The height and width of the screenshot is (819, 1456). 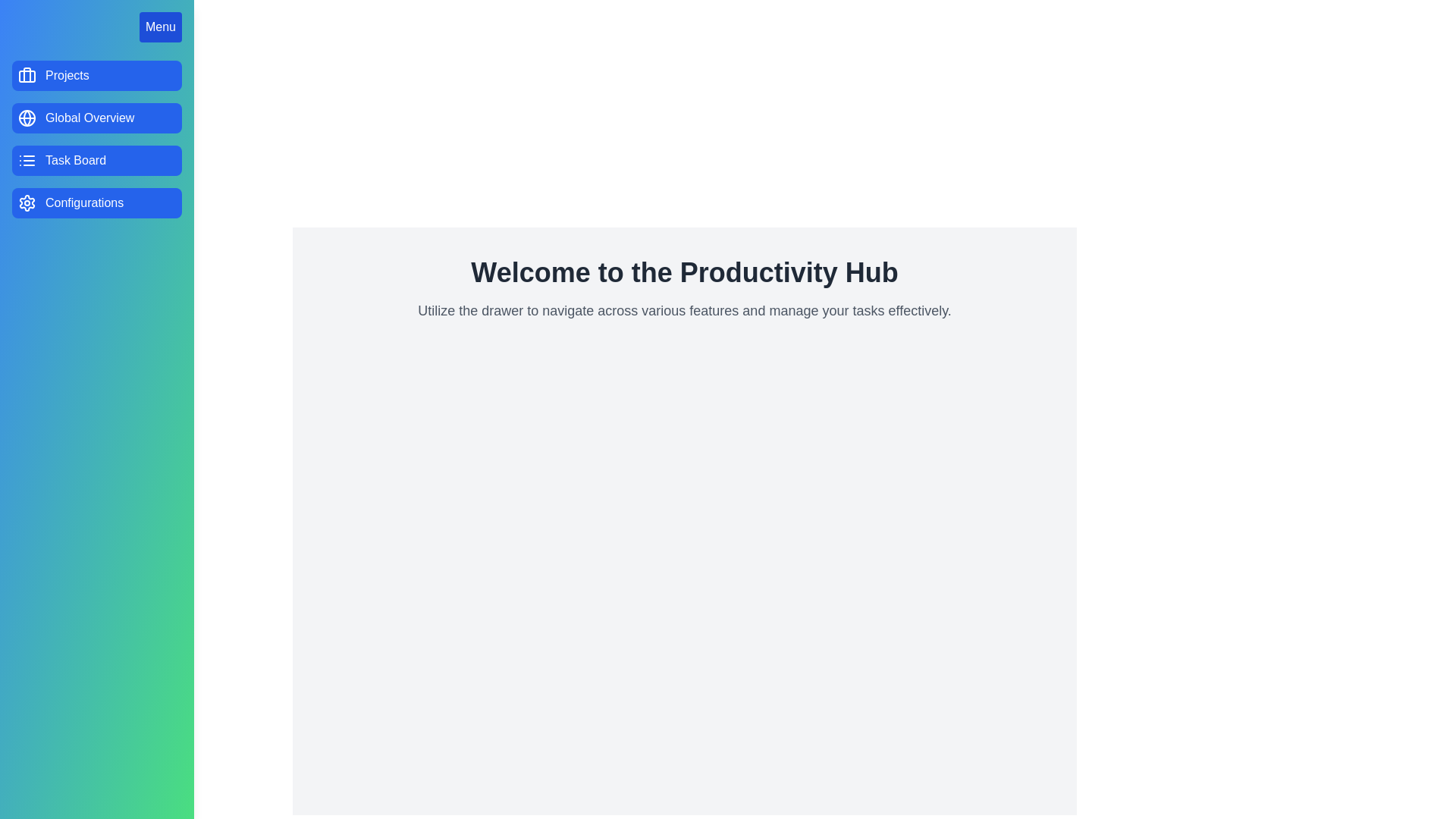 What do you see at coordinates (96, 161) in the screenshot?
I see `the menu option Task Board in the drawer` at bounding box center [96, 161].